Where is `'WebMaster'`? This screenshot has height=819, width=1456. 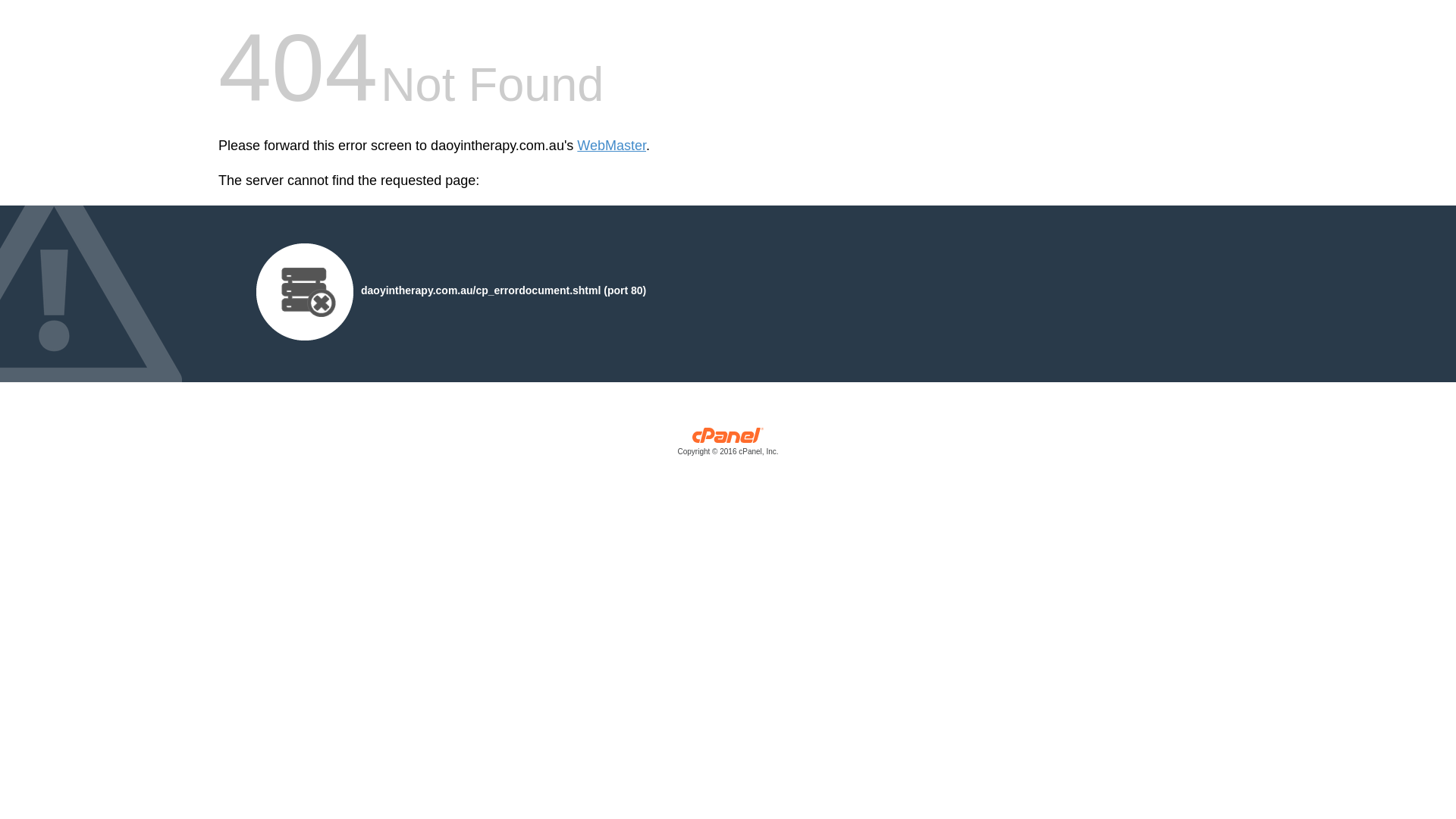
'WebMaster' is located at coordinates (611, 146).